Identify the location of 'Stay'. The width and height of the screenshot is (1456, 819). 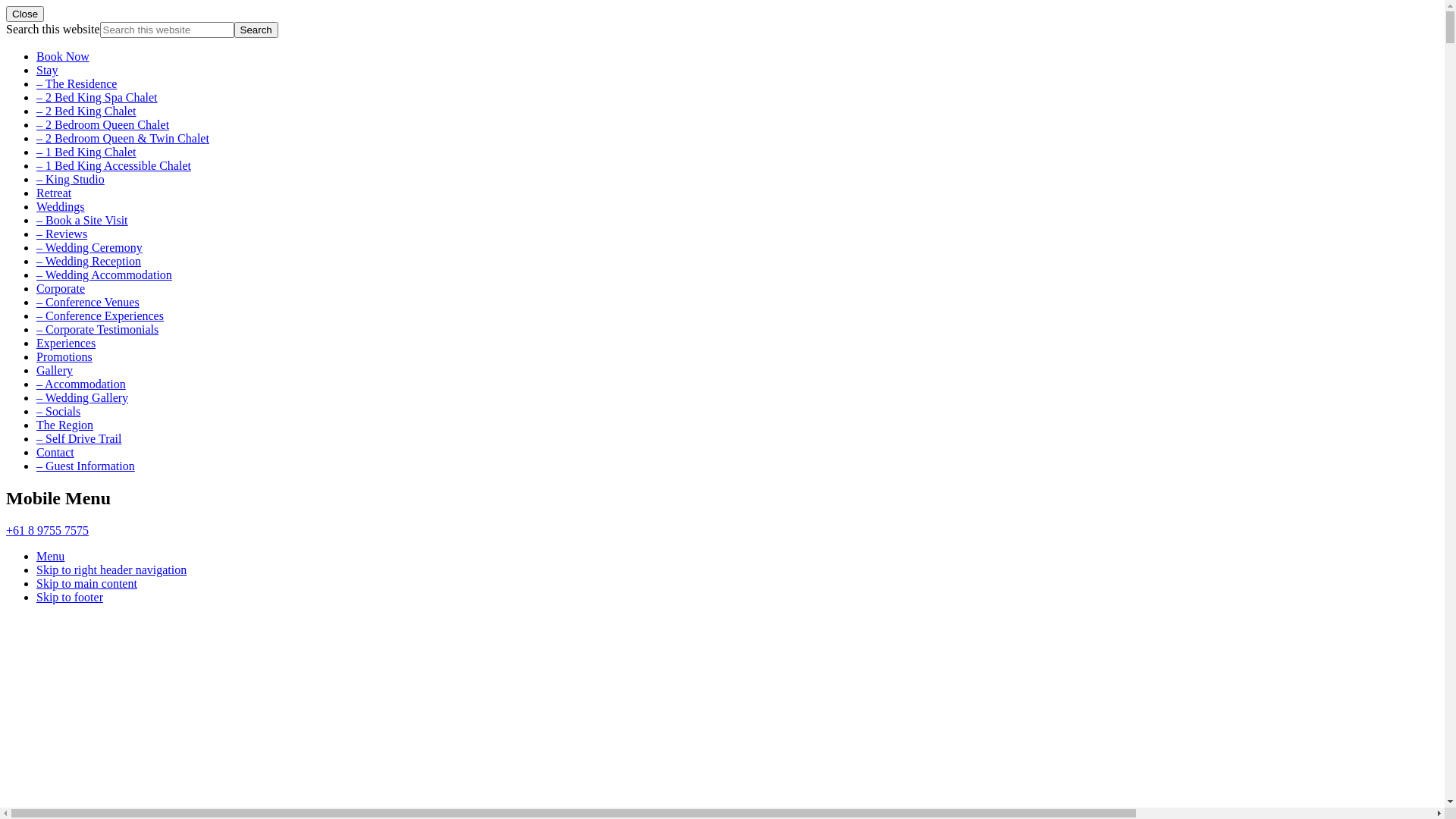
(36, 70).